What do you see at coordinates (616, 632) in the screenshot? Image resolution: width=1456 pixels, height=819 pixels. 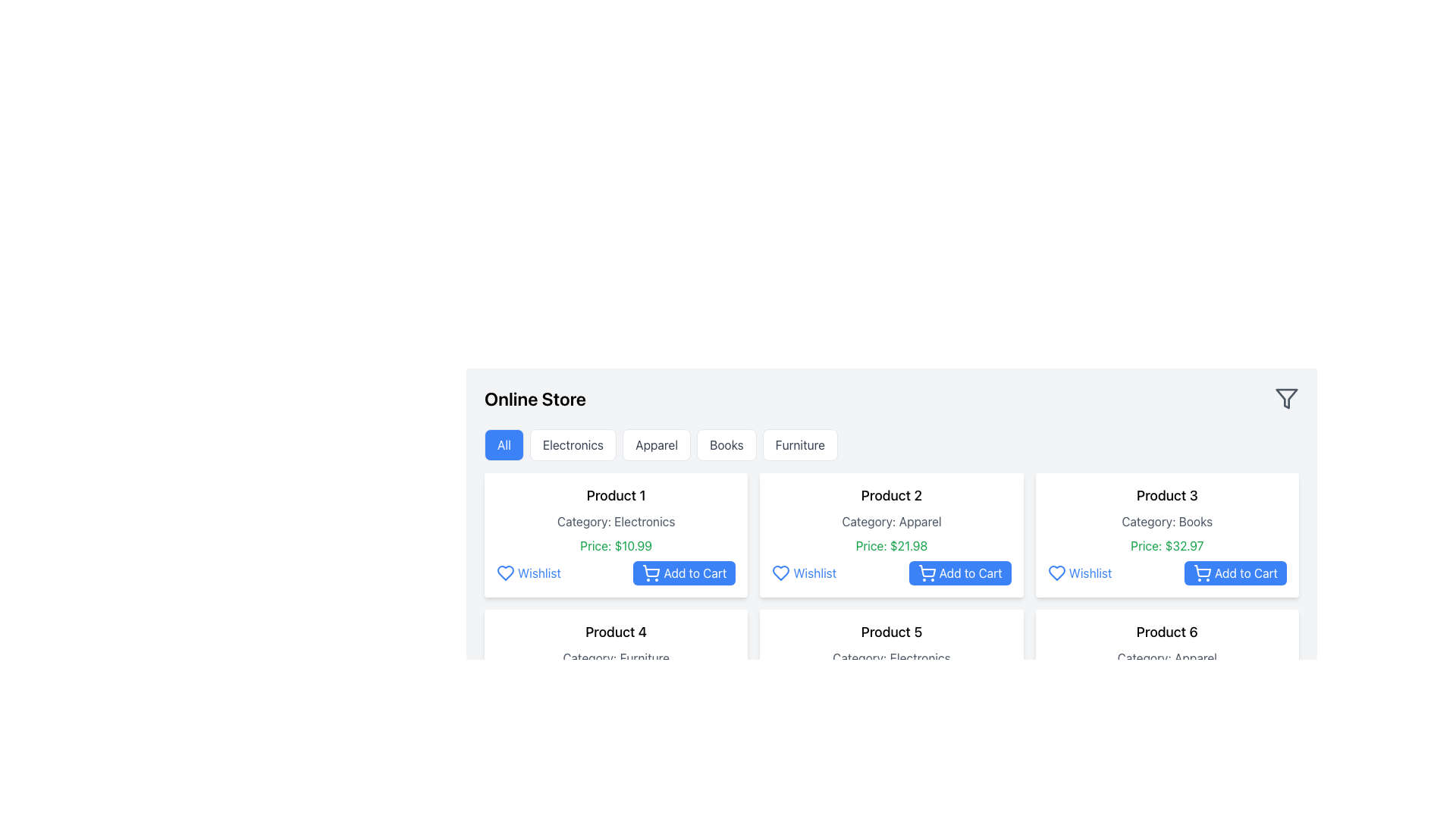 I see `the Text label that identifies the product, located in the leftmost card of the third row in the grid layout` at bounding box center [616, 632].